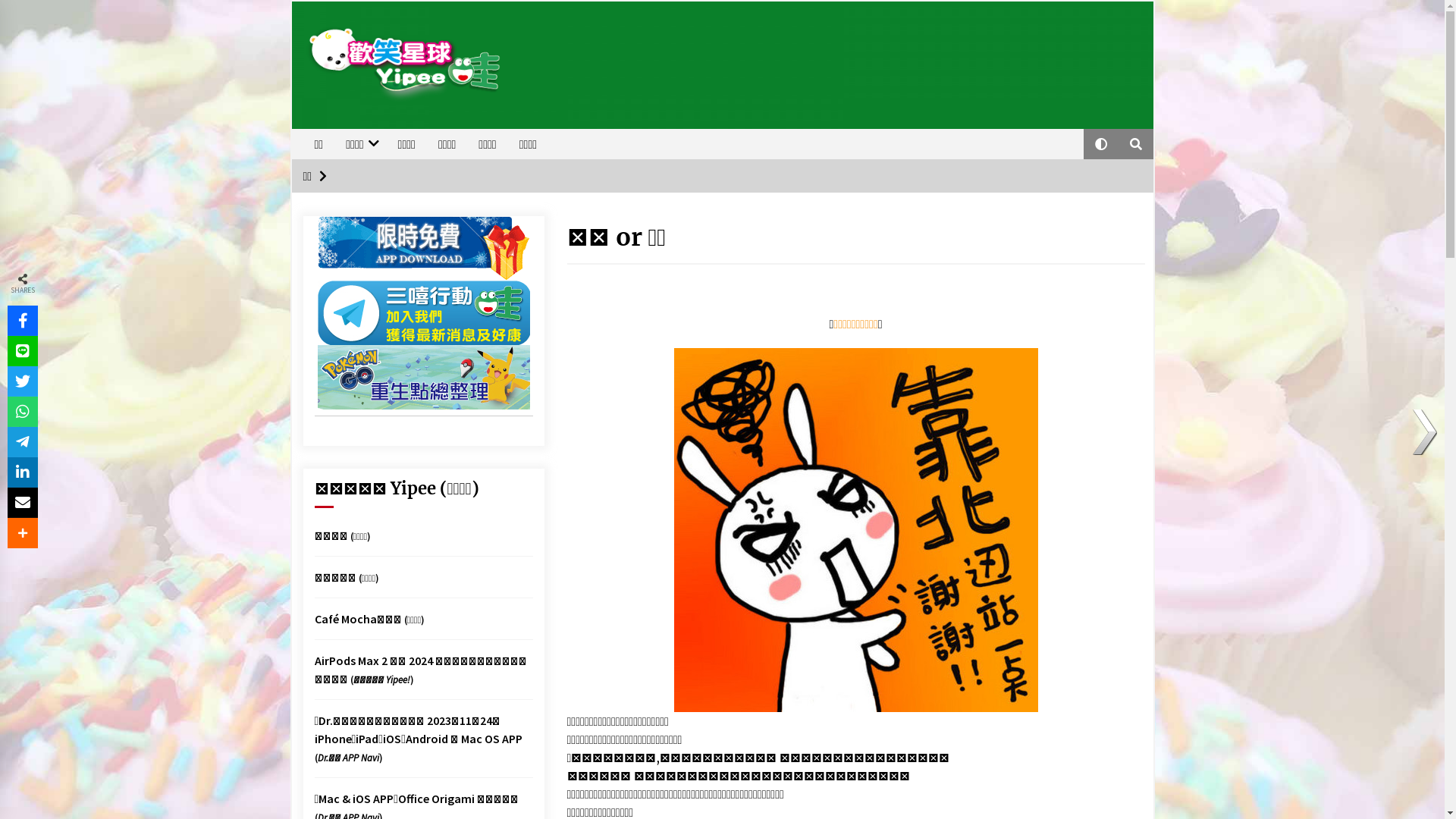  I want to click on 'More share links', so click(7, 532).